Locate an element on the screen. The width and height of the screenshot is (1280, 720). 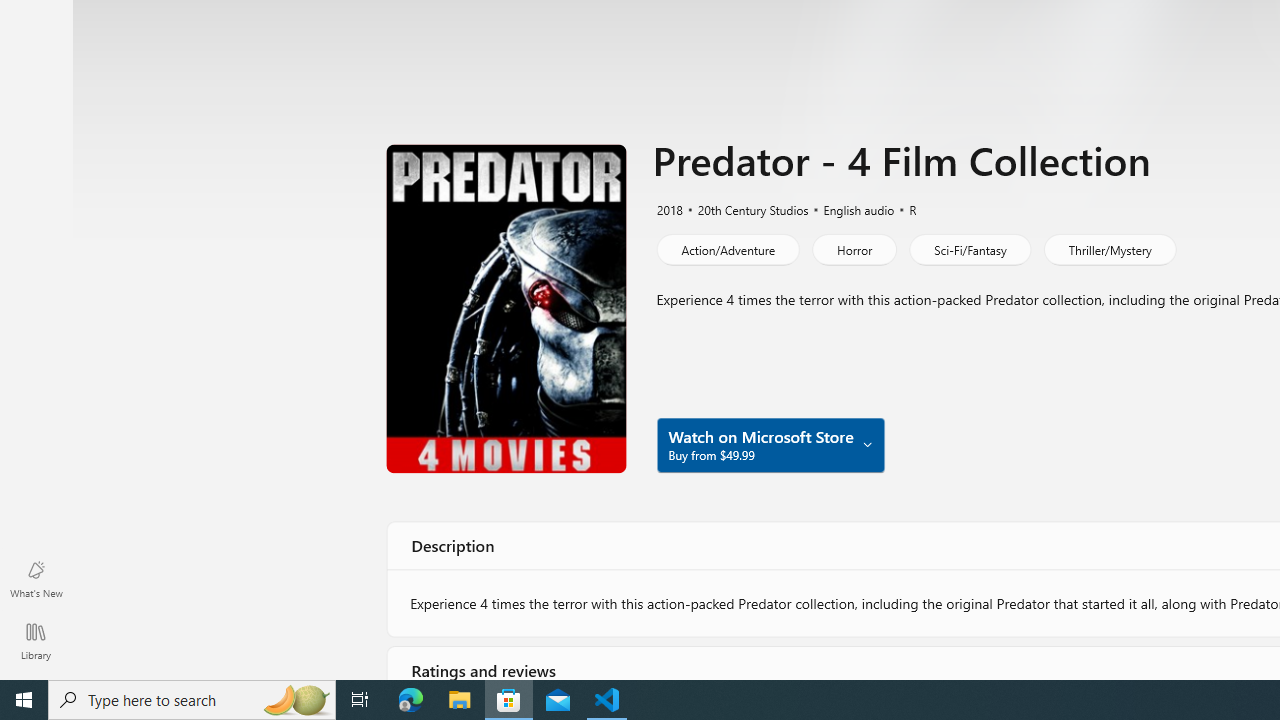
'Action/Adventure' is located at coordinates (726, 248).